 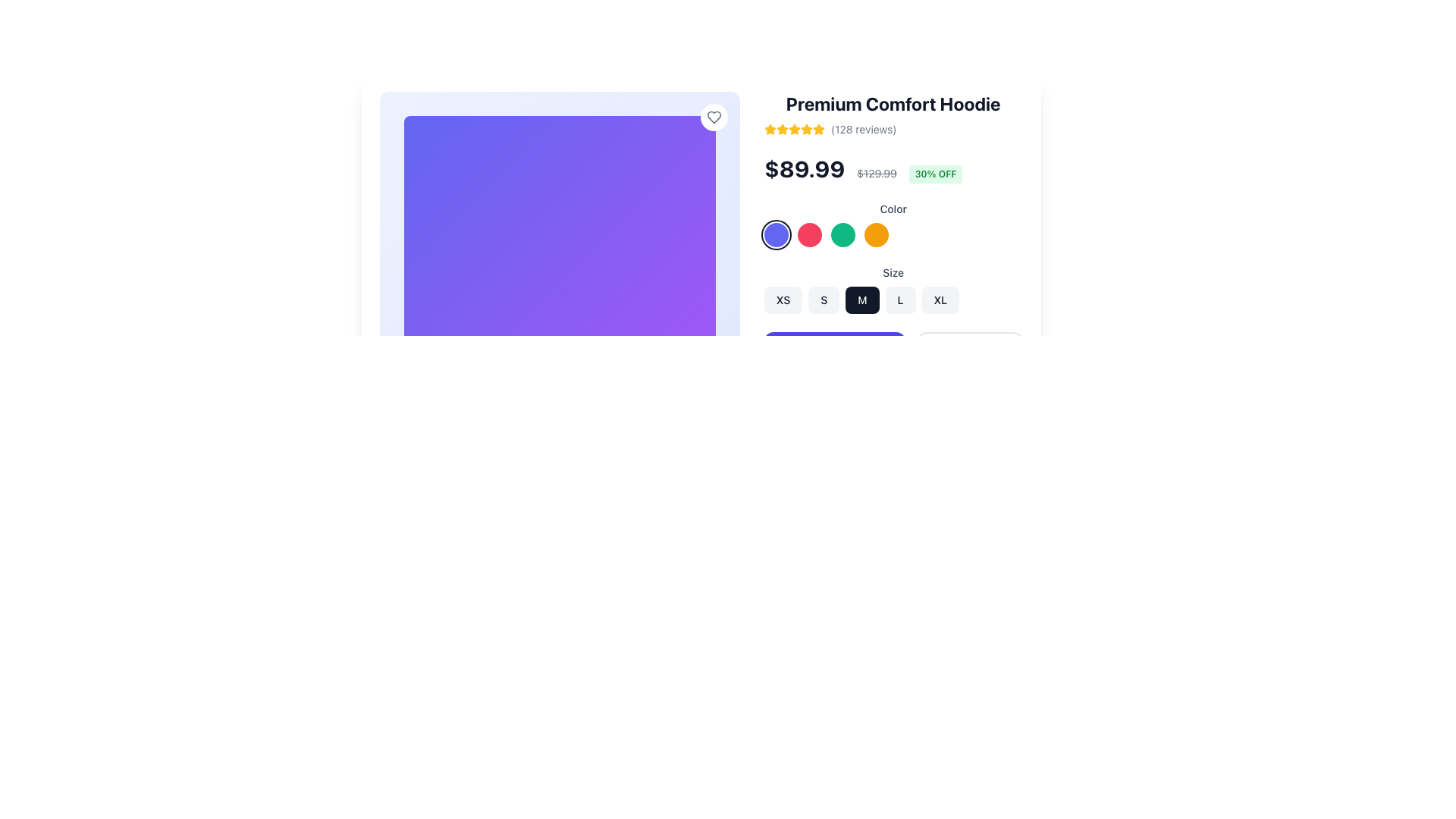 I want to click on price details displayed in the Text label group located beneath the title 'Premium Comfort Hoodie', positioned on the top-right section of the page above the color selection options, so click(x=893, y=169).